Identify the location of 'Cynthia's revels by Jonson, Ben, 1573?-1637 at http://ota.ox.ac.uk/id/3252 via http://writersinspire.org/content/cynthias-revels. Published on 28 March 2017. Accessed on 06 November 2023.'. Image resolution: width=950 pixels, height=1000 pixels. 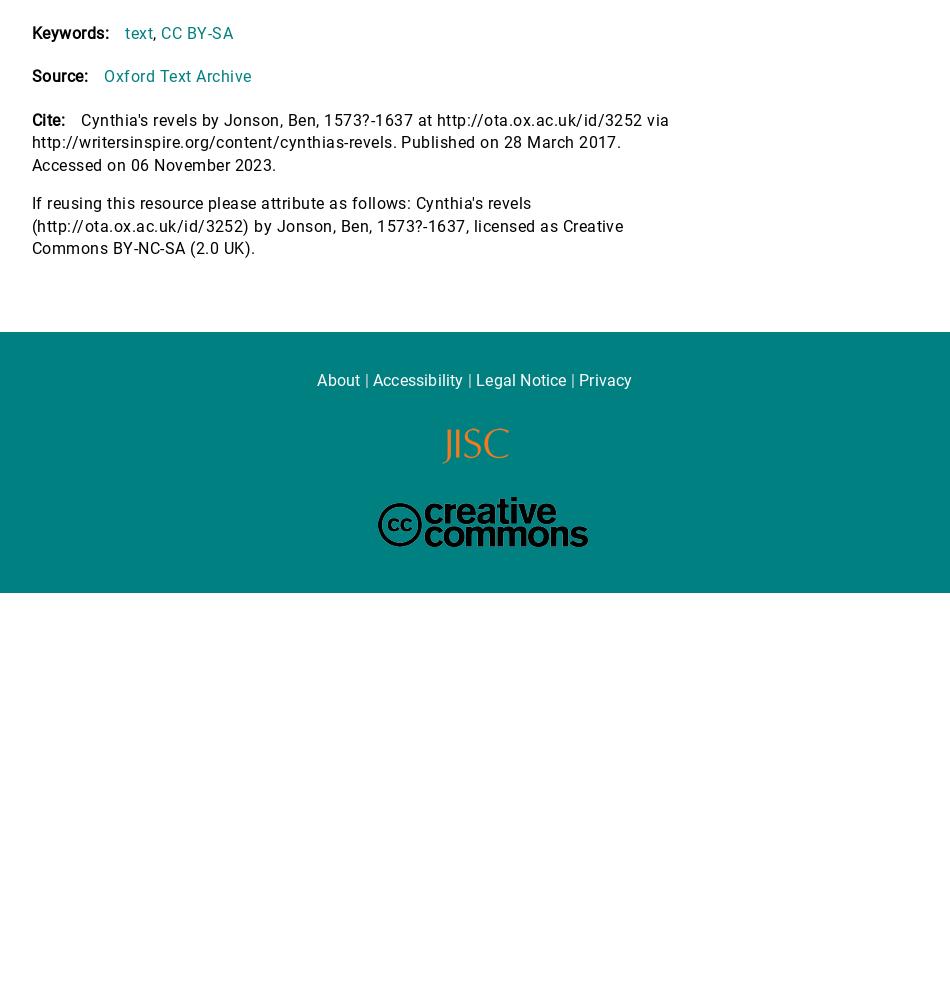
(349, 142).